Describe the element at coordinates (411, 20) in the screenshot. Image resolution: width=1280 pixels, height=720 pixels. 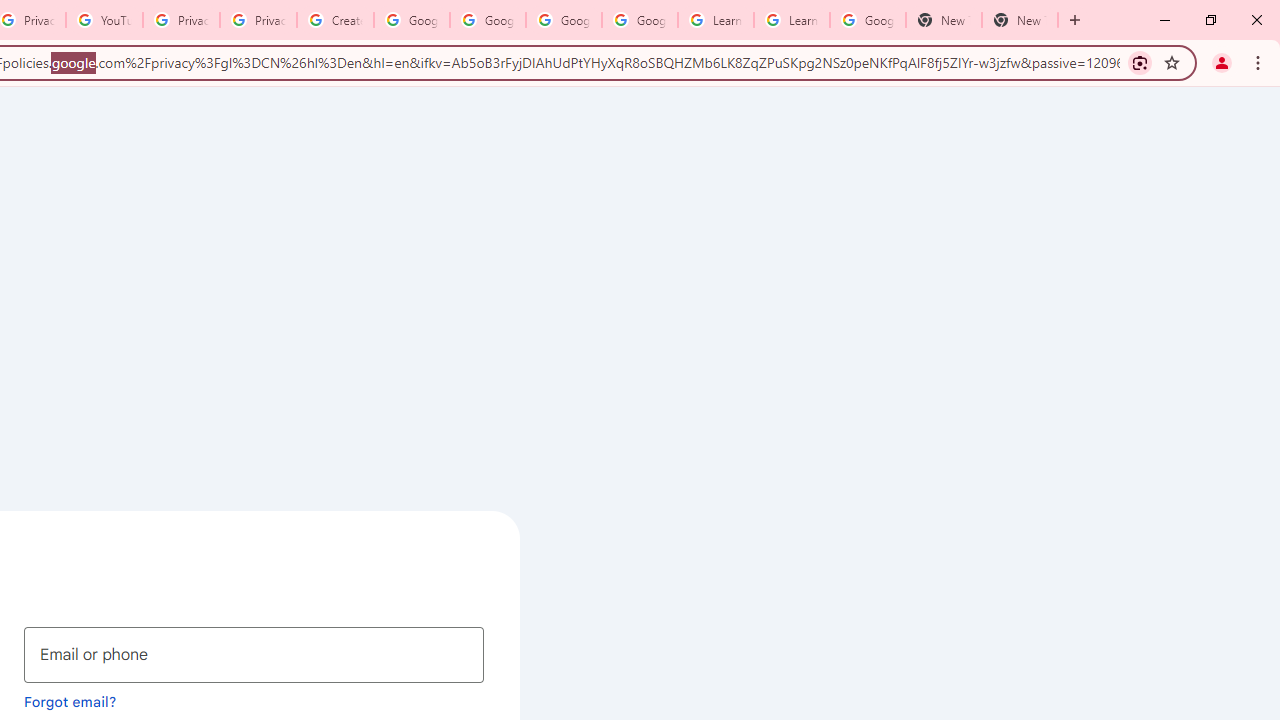
I see `'Google Account Help'` at that location.